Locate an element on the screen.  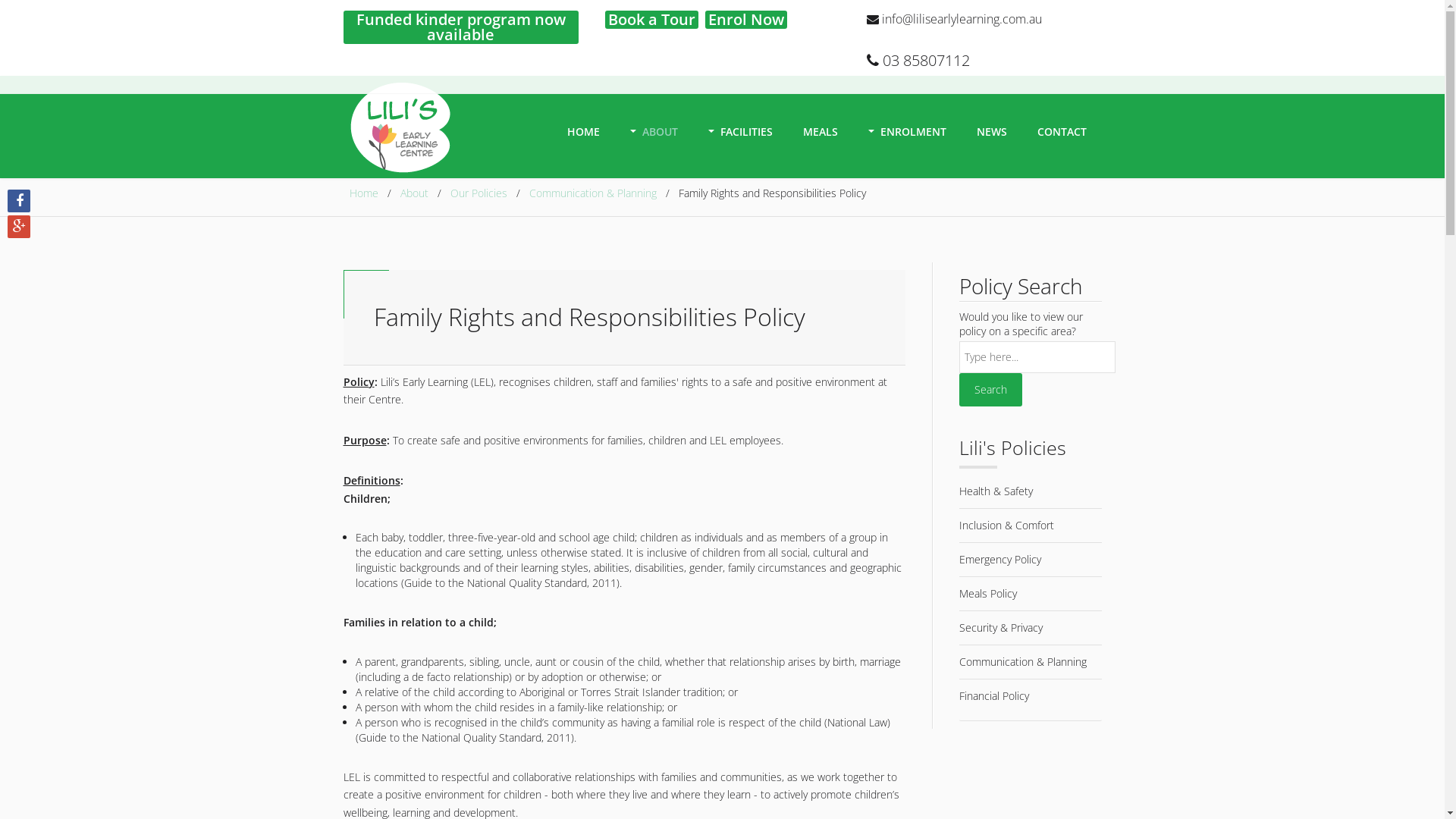
'Financial Policy' is located at coordinates (993, 695).